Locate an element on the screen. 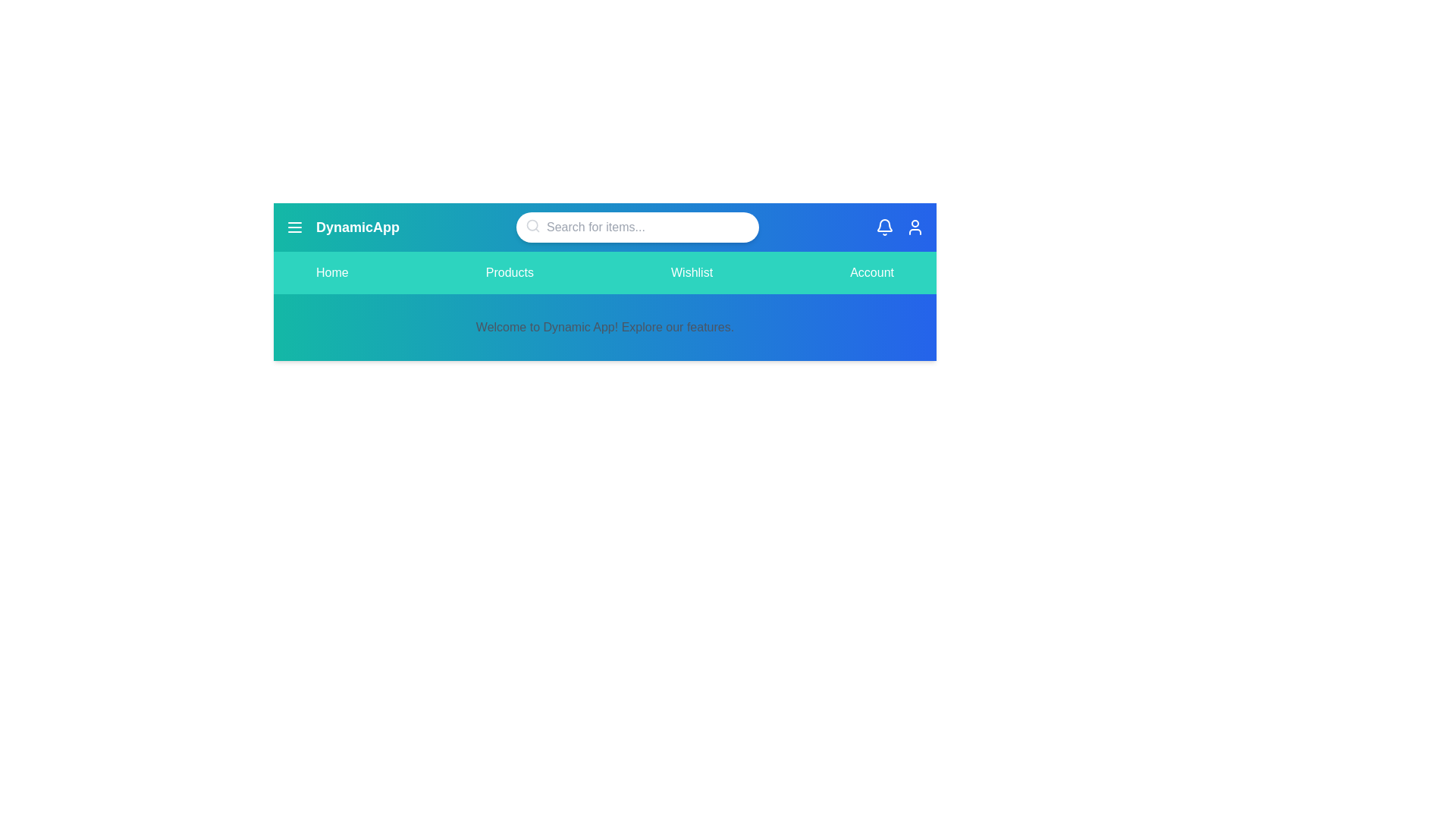  the menu icon to toggle the menu visibility is located at coordinates (294, 227).